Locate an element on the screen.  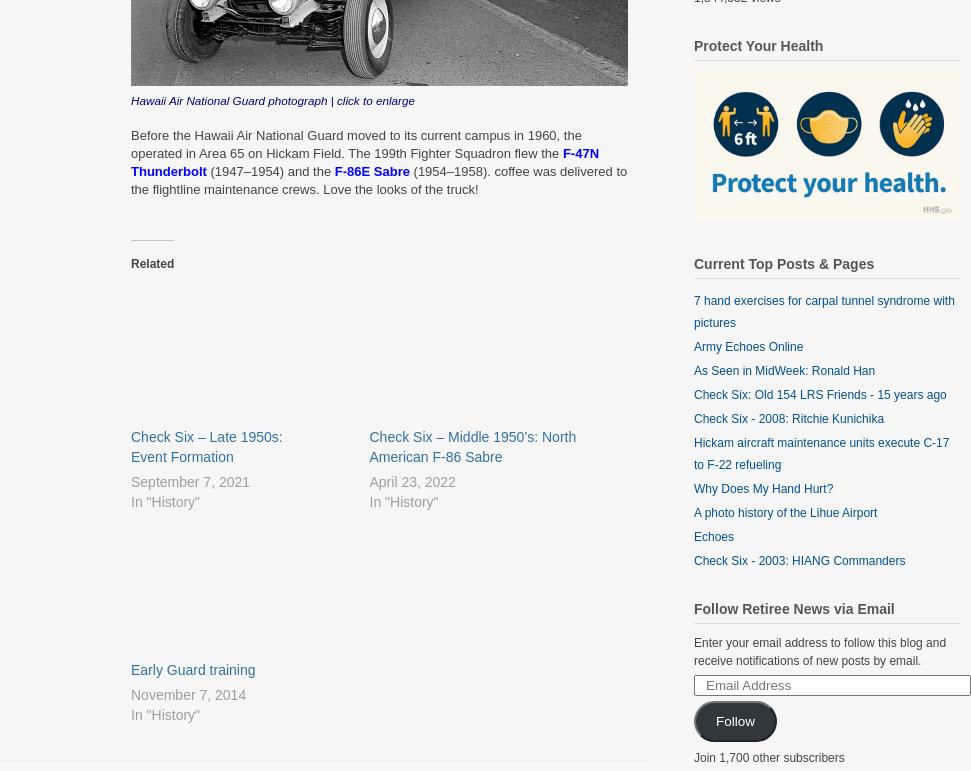
'Enter your email address to follow this blog and receive notifications of new posts by email.' is located at coordinates (819, 650).